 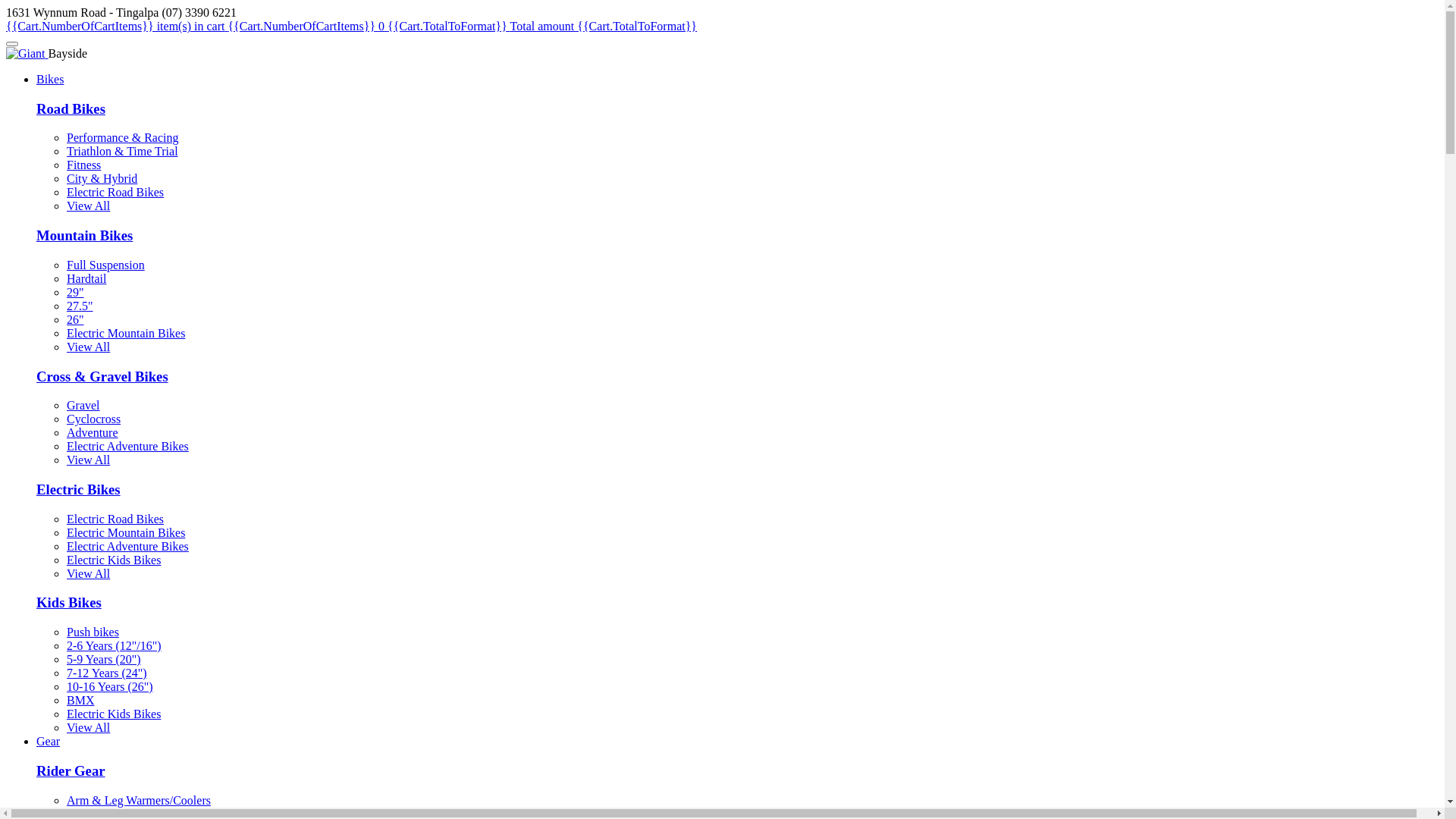 What do you see at coordinates (65, 432) in the screenshot?
I see `'Adventure'` at bounding box center [65, 432].